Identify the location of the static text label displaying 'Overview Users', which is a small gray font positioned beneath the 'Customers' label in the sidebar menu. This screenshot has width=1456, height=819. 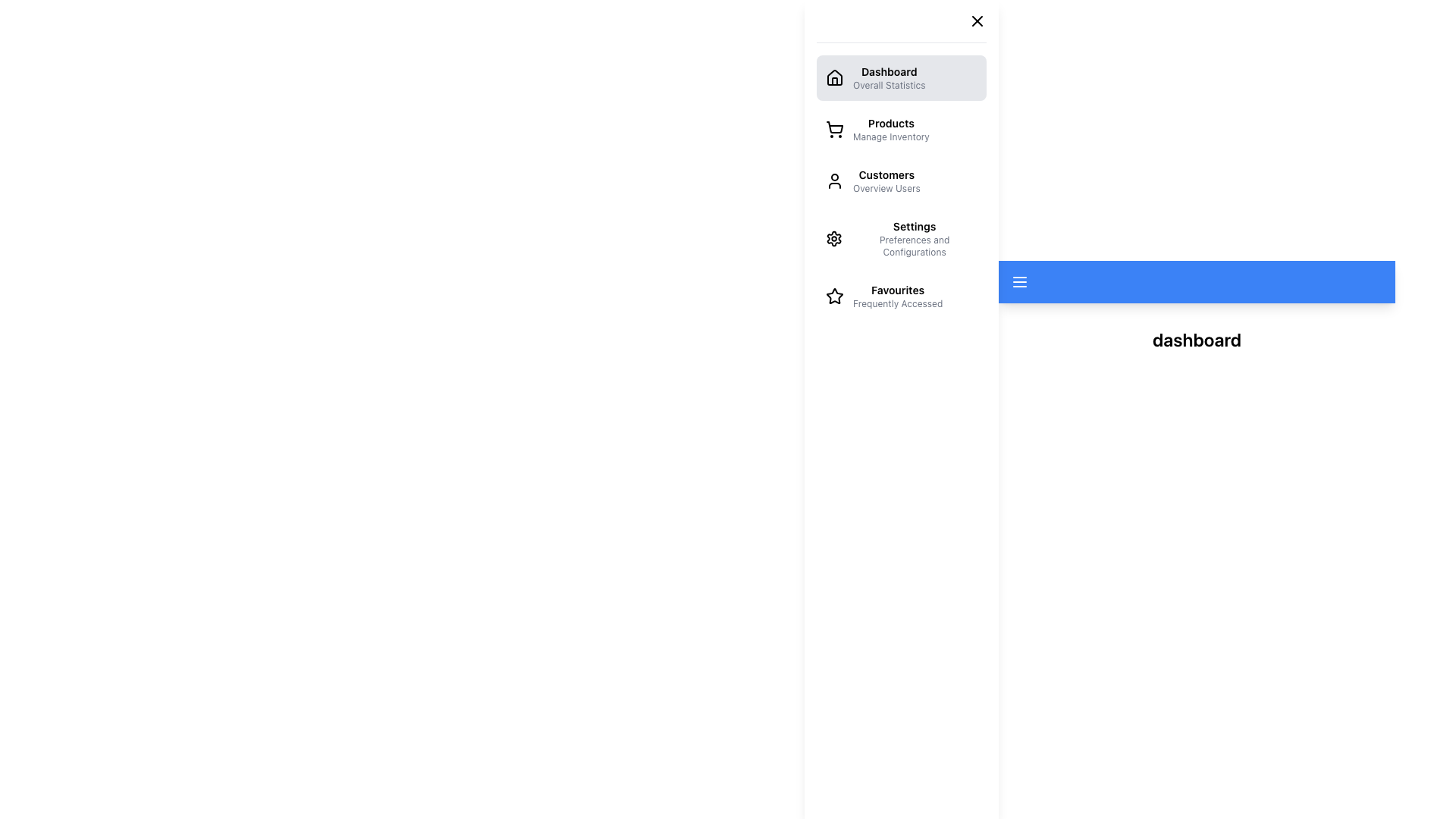
(886, 188).